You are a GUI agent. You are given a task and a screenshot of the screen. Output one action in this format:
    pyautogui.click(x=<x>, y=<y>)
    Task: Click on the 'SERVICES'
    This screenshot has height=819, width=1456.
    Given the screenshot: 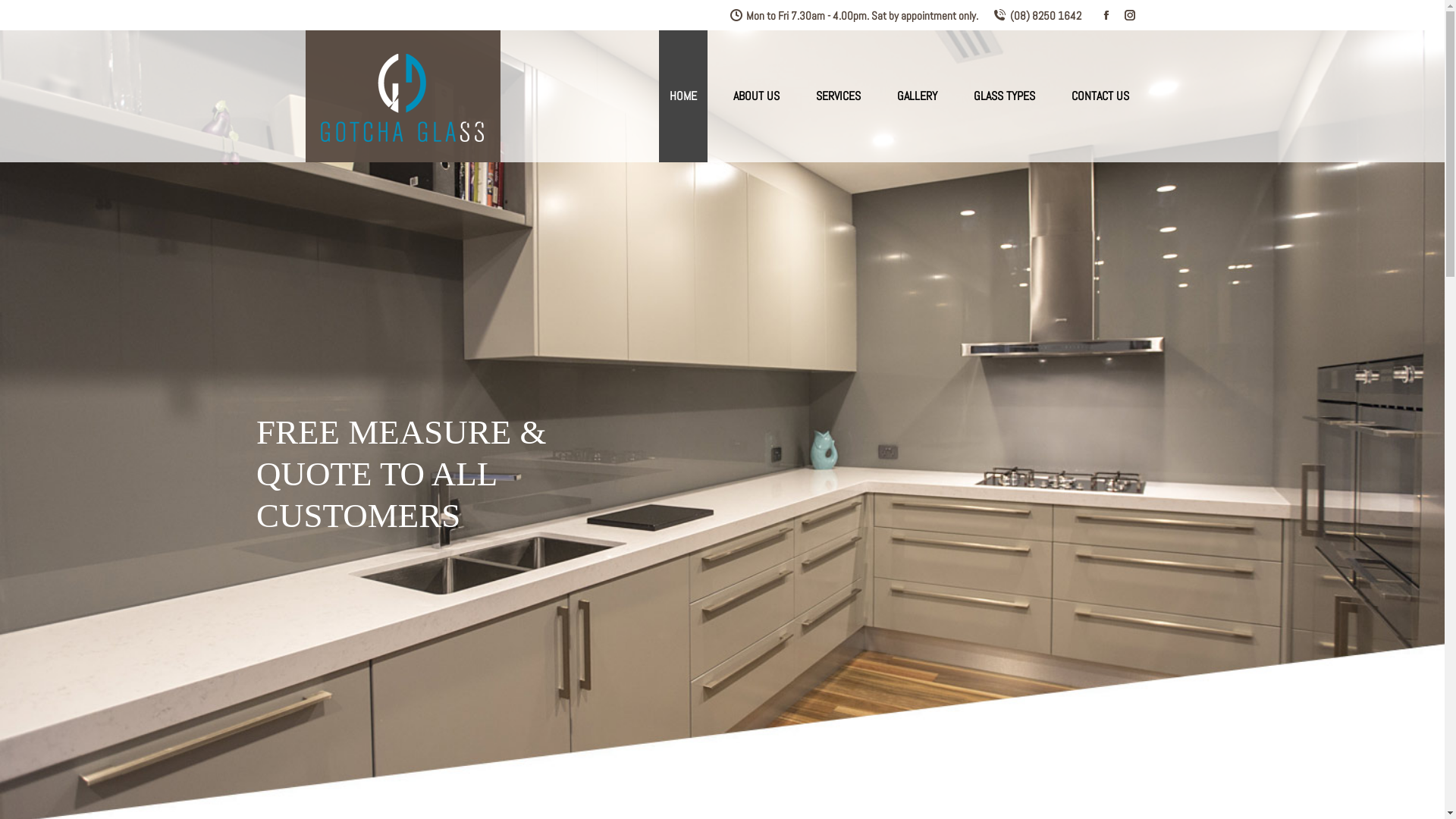 What is the action you would take?
    pyautogui.click(x=804, y=96)
    